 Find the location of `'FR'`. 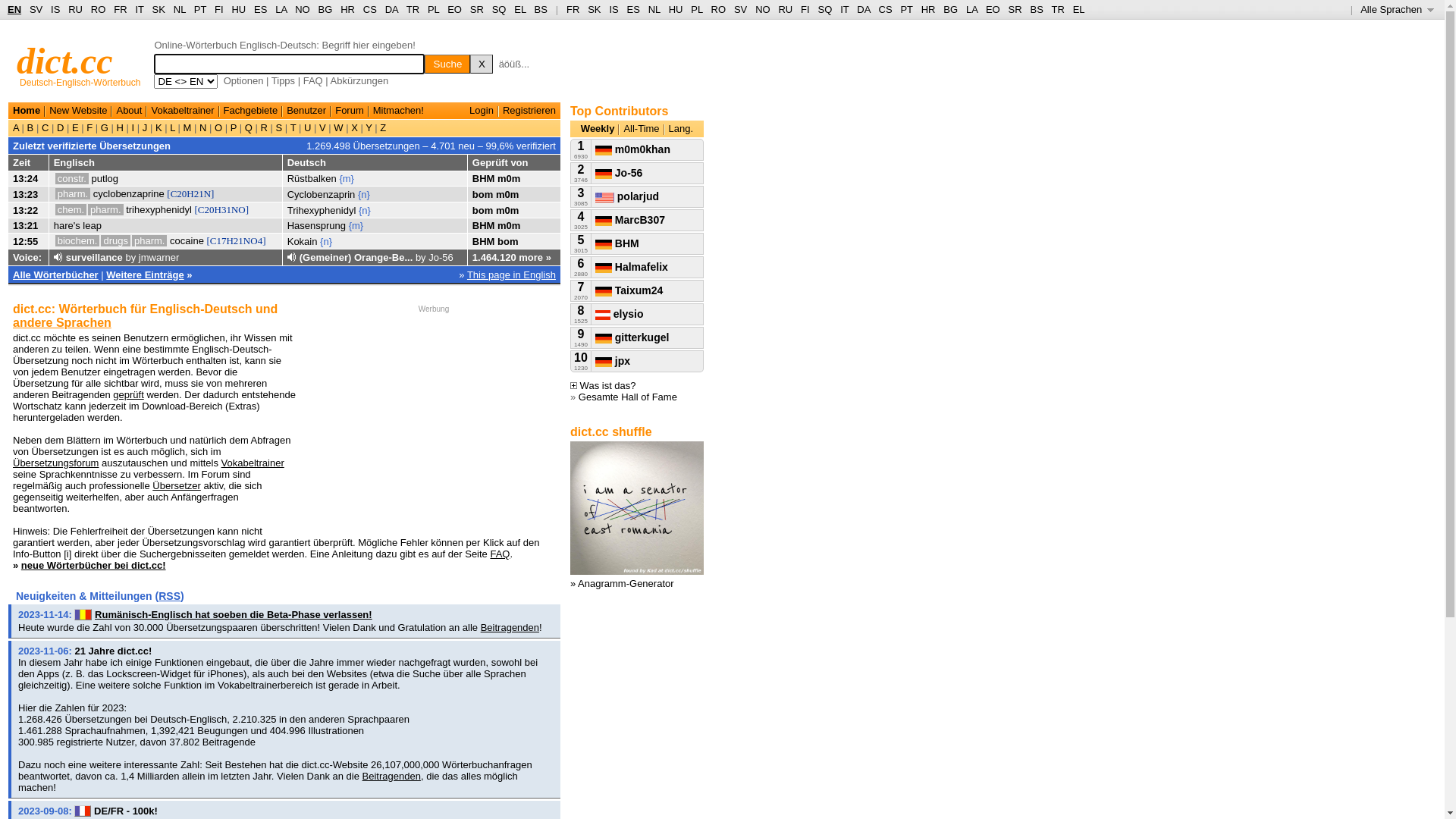

'FR' is located at coordinates (572, 9).